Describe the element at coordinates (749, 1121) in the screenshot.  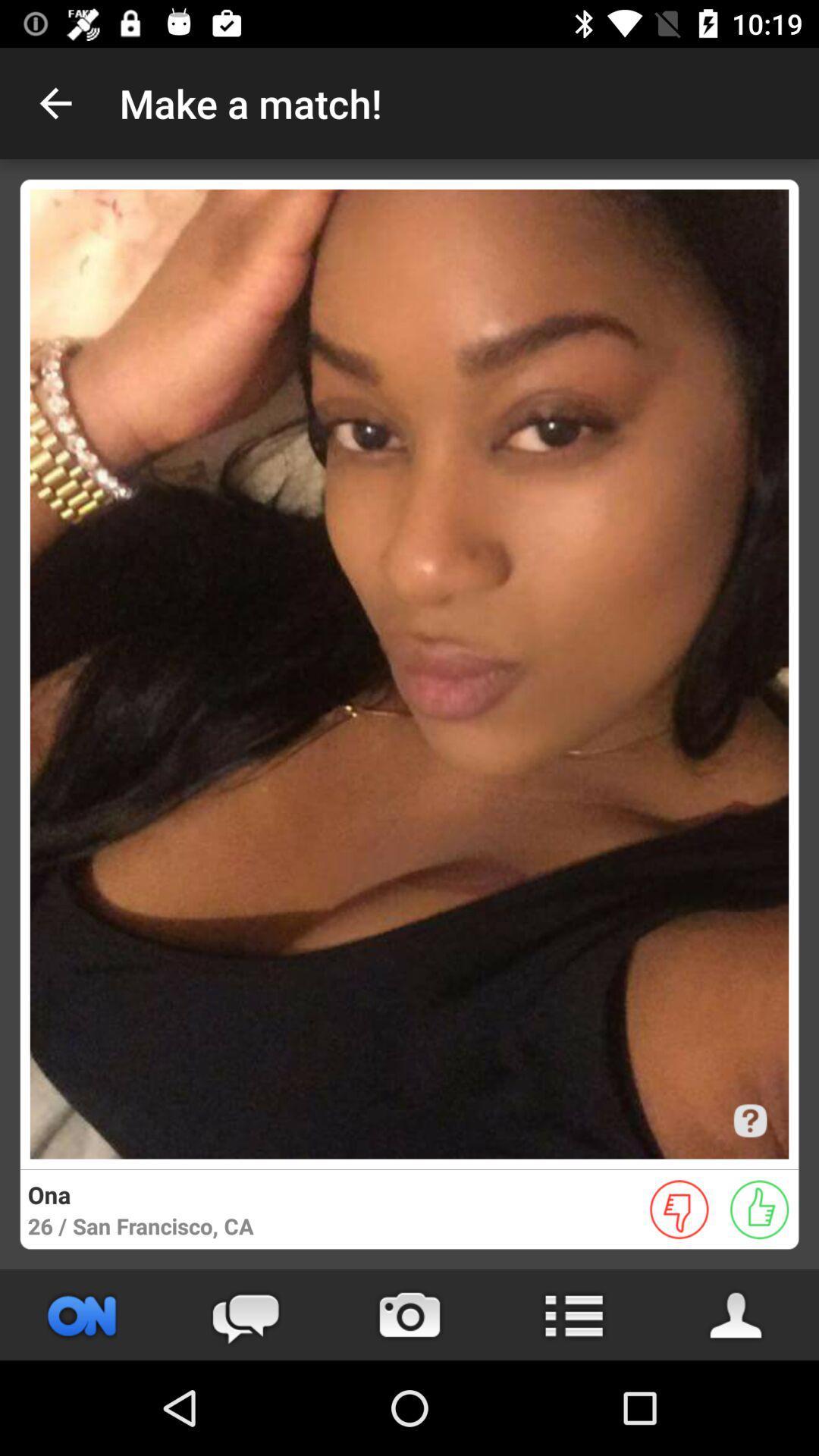
I see `the help icon` at that location.